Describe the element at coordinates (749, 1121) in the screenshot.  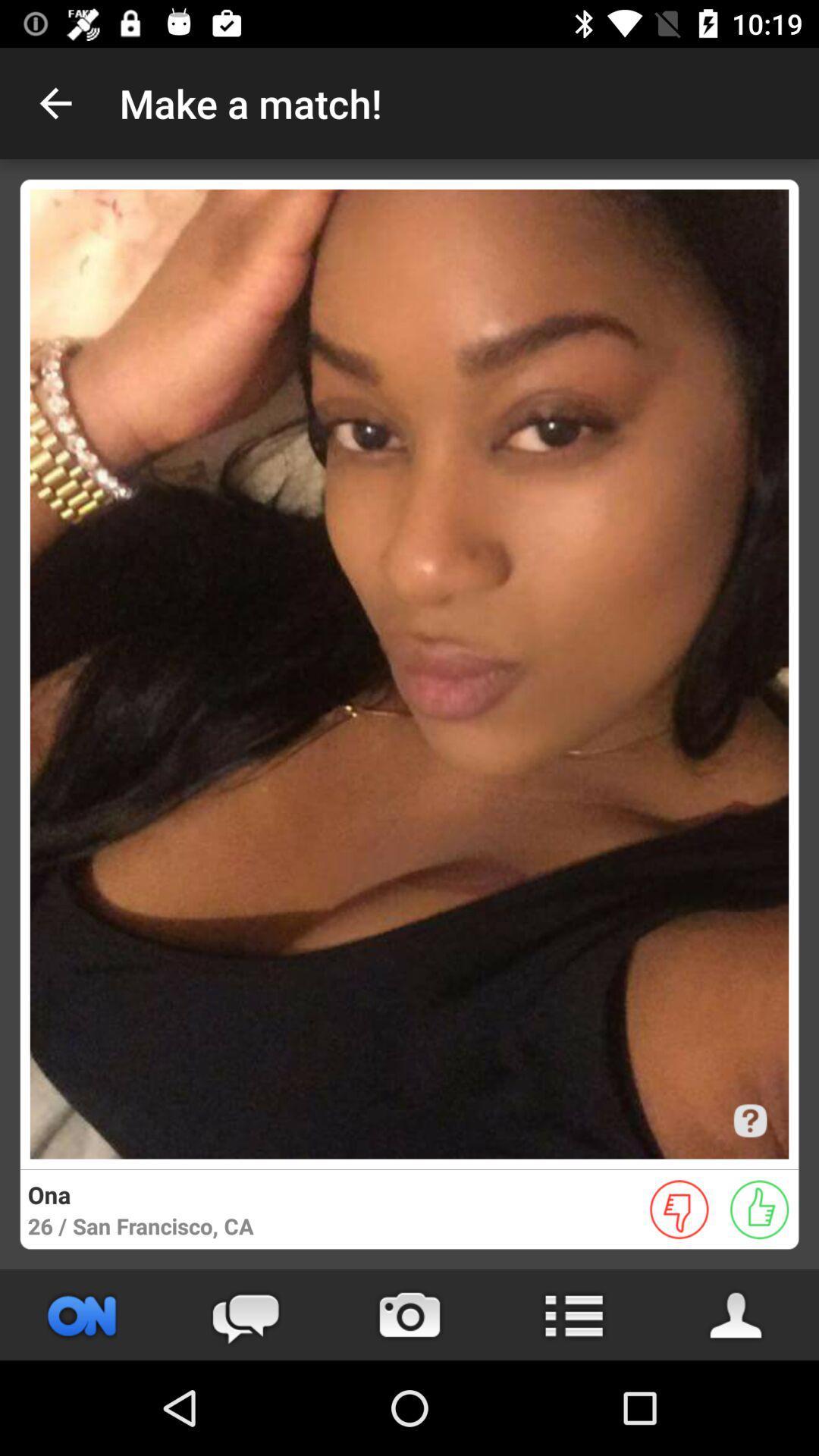
I see `the help icon` at that location.